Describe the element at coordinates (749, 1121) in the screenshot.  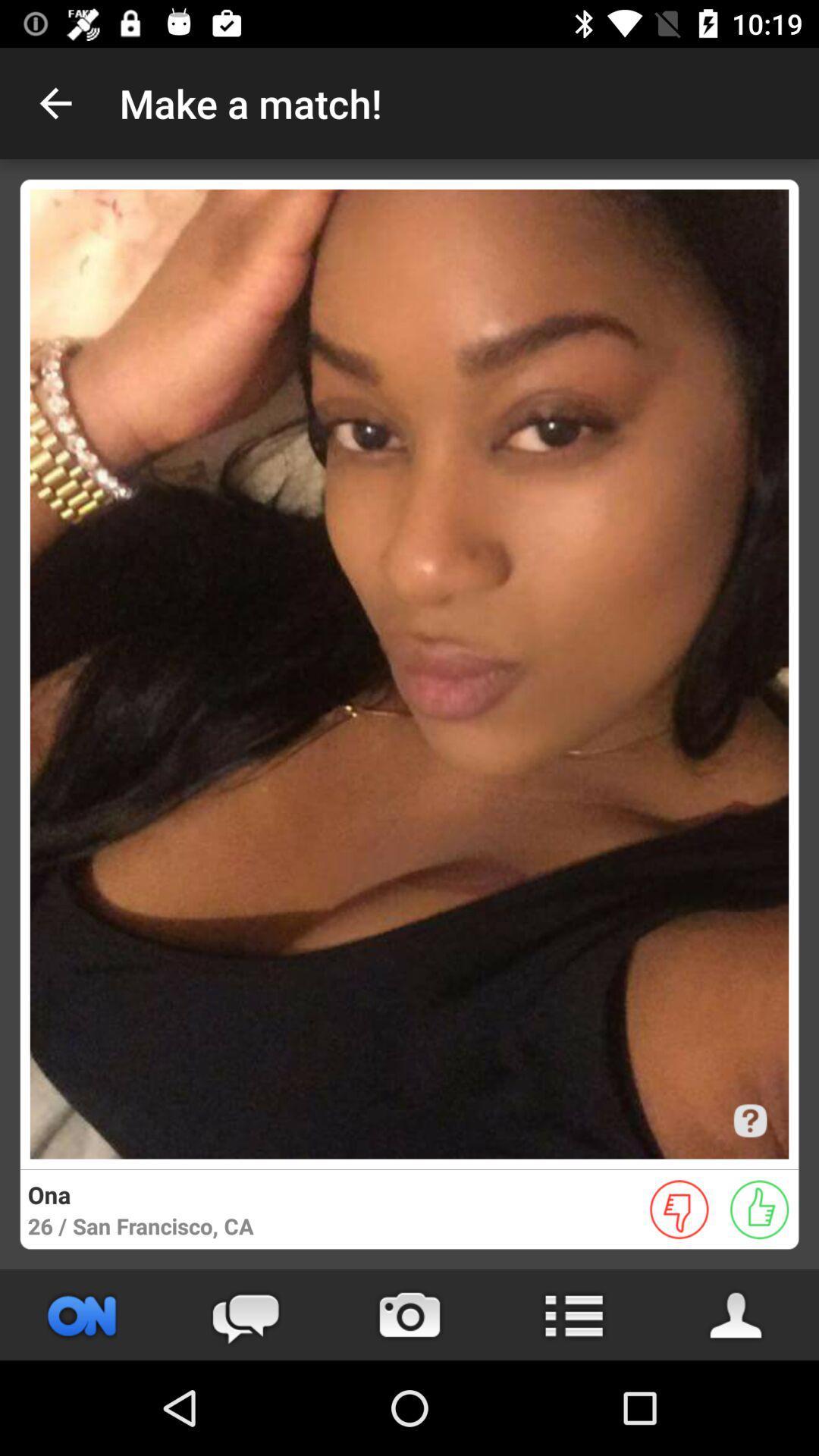
I see `the help icon` at that location.